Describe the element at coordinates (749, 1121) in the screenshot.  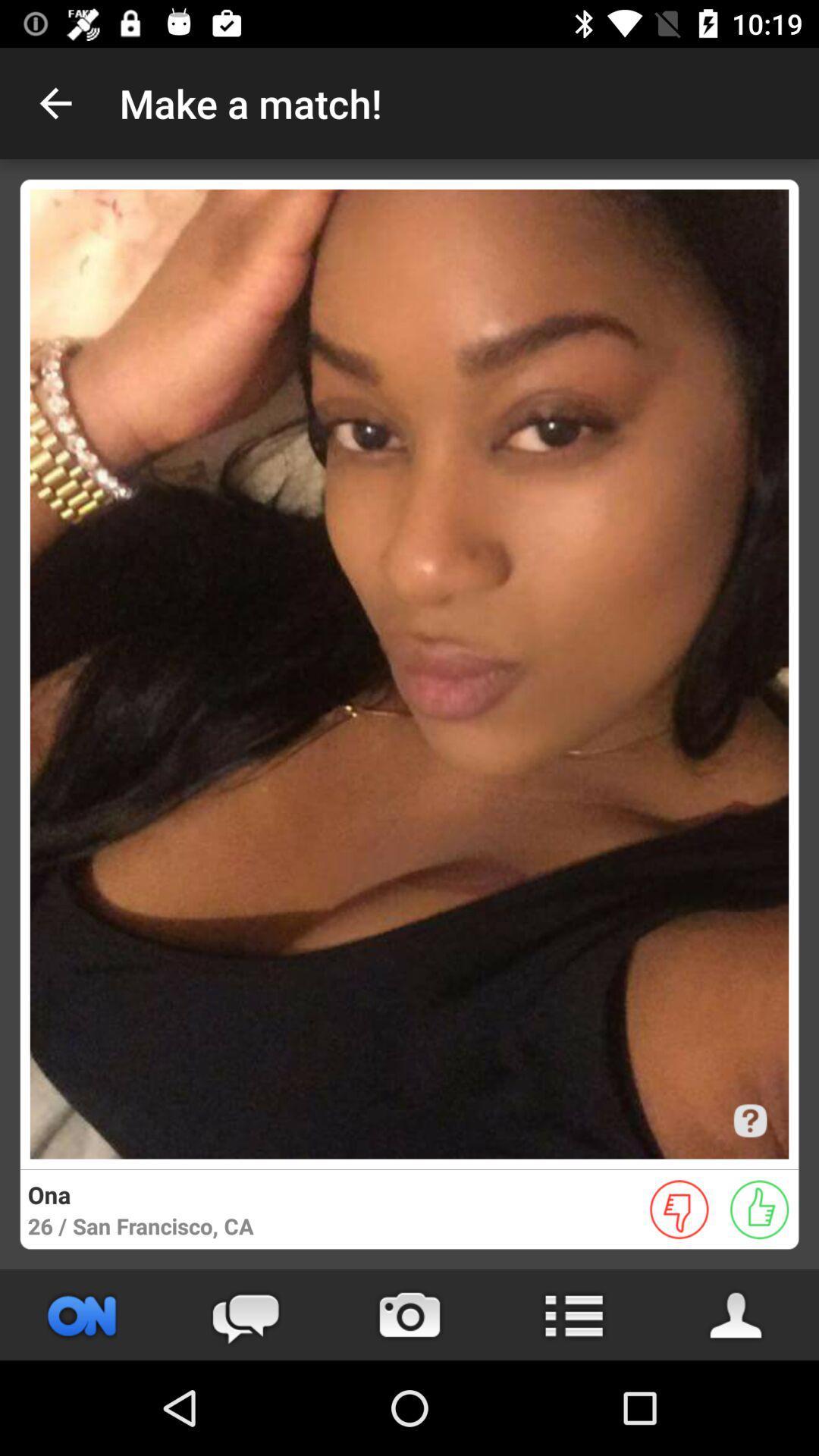
I see `the help icon` at that location.